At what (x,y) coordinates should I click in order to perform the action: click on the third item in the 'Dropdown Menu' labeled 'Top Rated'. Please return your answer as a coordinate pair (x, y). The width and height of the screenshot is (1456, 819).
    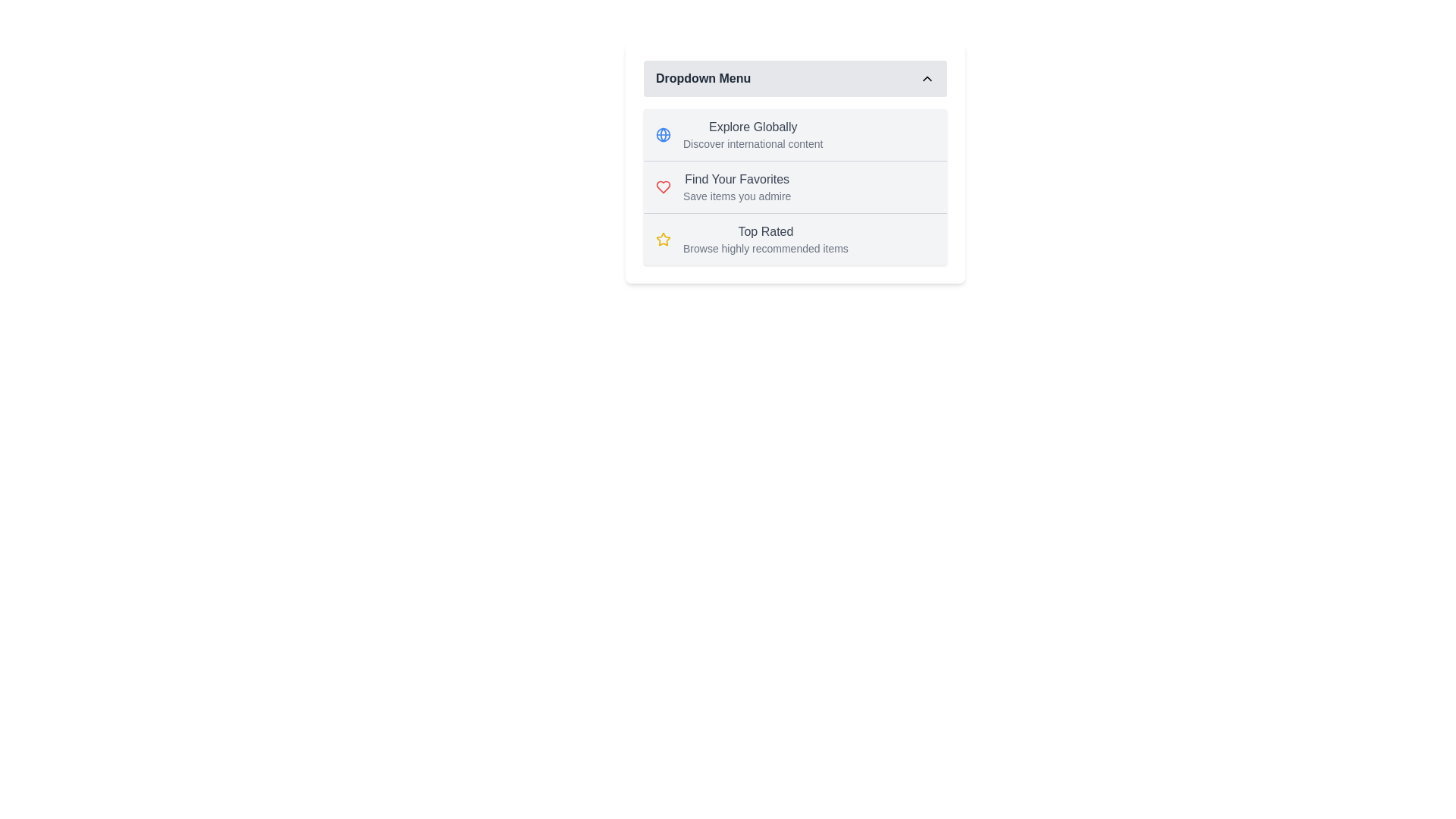
    Looking at the image, I should click on (795, 239).